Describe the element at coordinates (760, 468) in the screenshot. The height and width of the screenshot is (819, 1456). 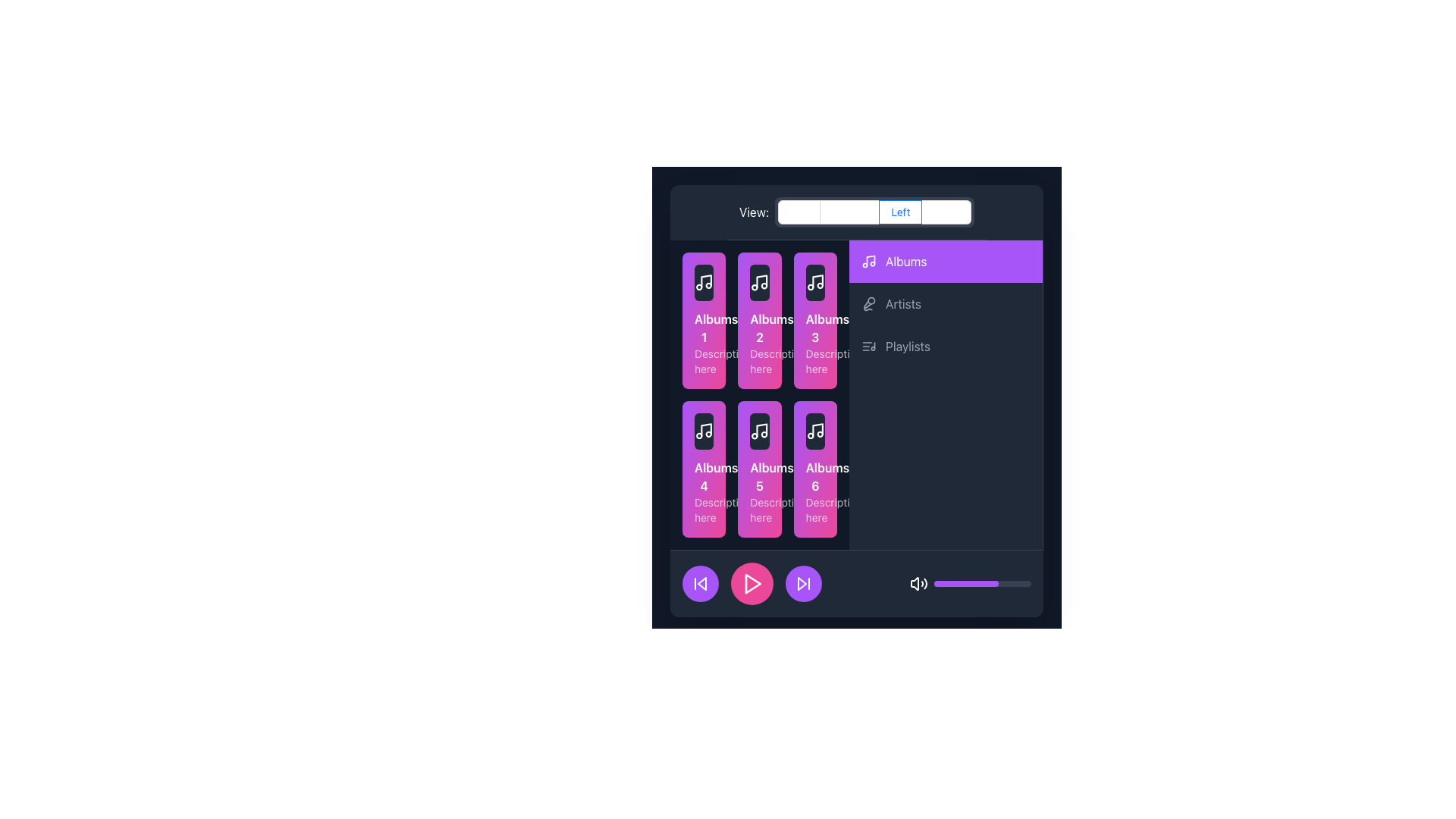
I see `the fifth album tile card in the music library interface, located in the second row and center column of the grid` at that location.